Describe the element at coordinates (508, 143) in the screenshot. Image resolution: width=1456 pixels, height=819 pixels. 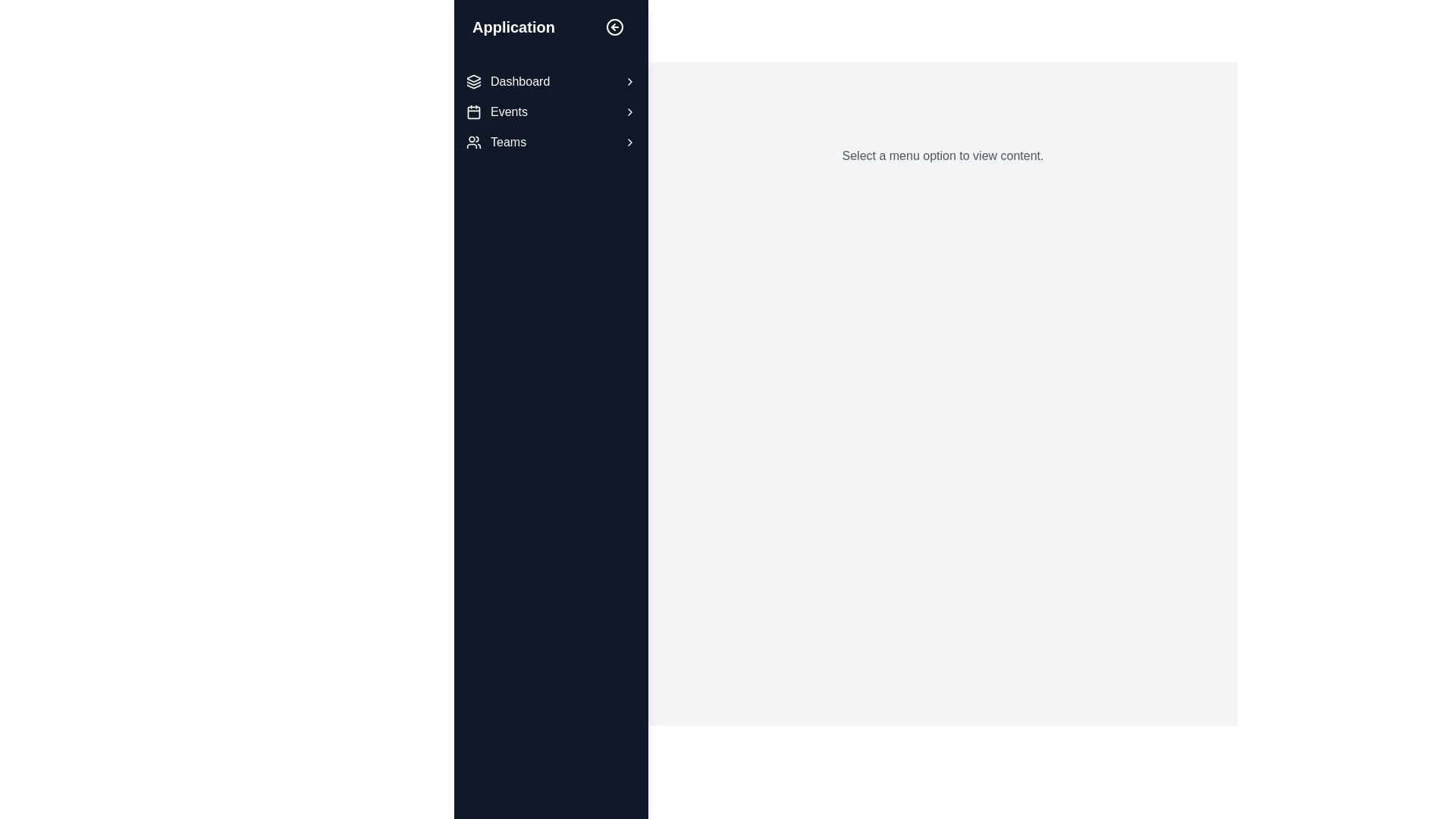
I see `the 'Teams' text label in the vertical navigation menu` at that location.